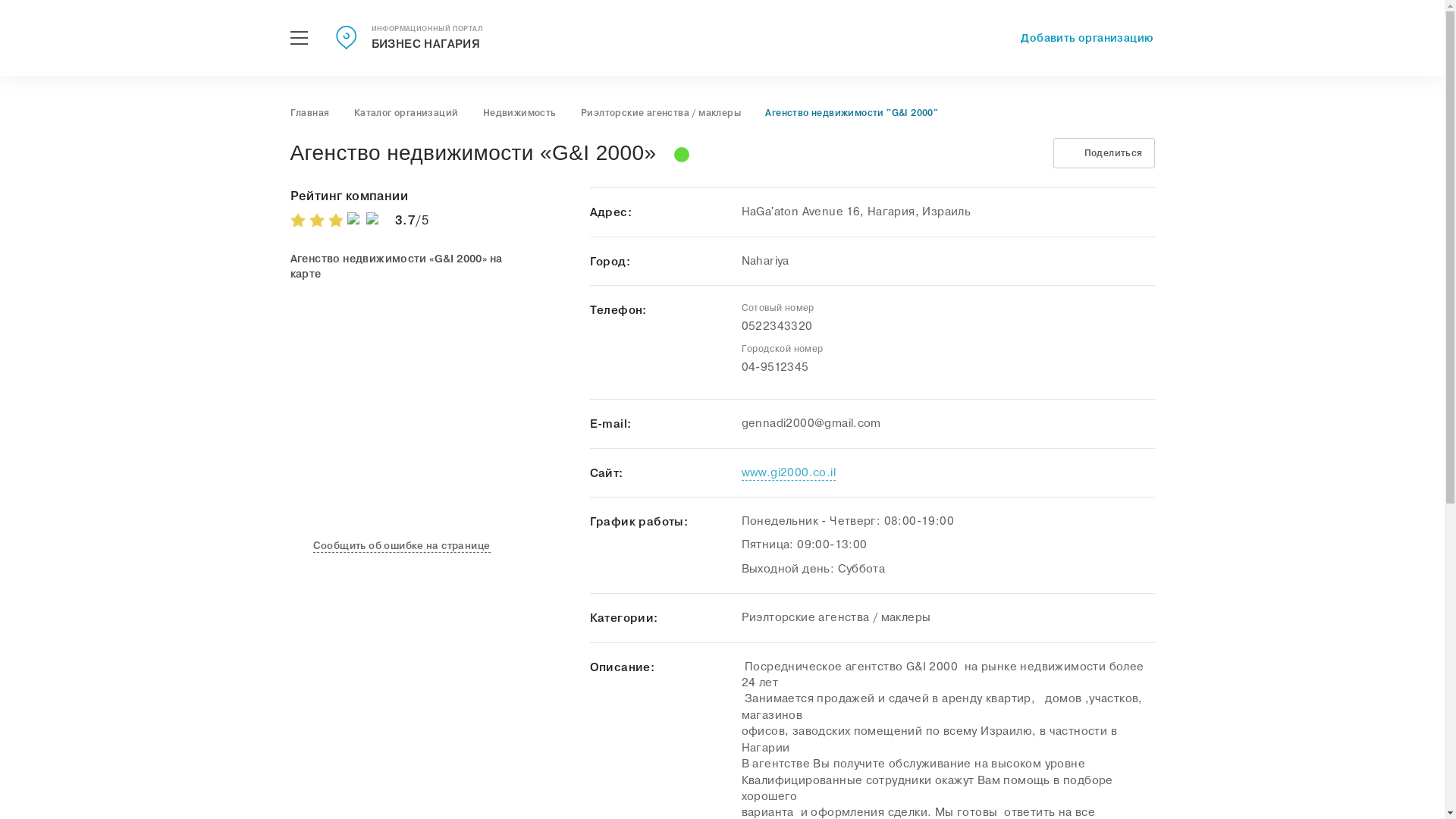 The width and height of the screenshot is (1456, 819). I want to click on '04-9512345', so click(775, 367).